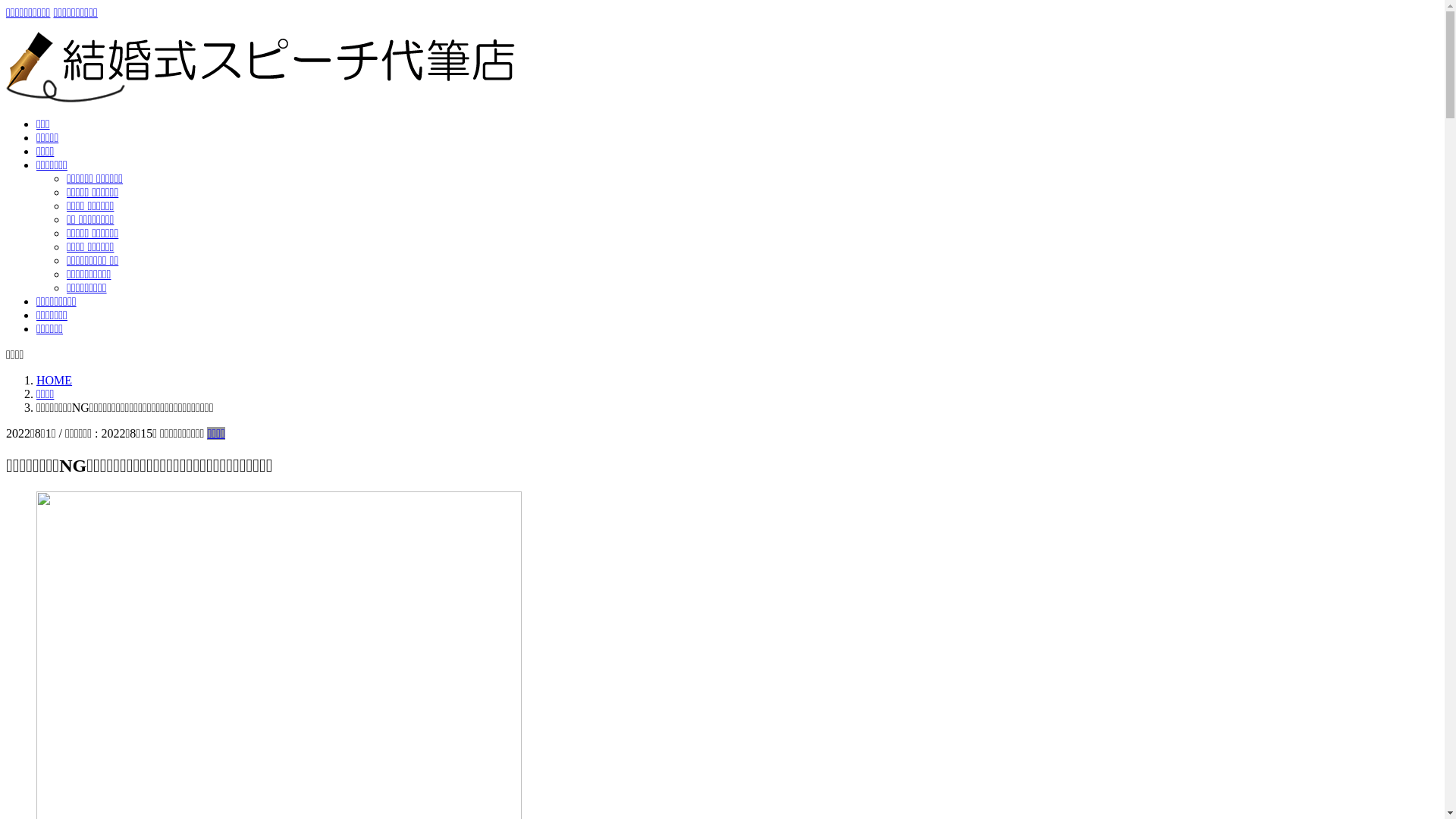  Describe the element at coordinates (54, 379) in the screenshot. I see `'HOME'` at that location.